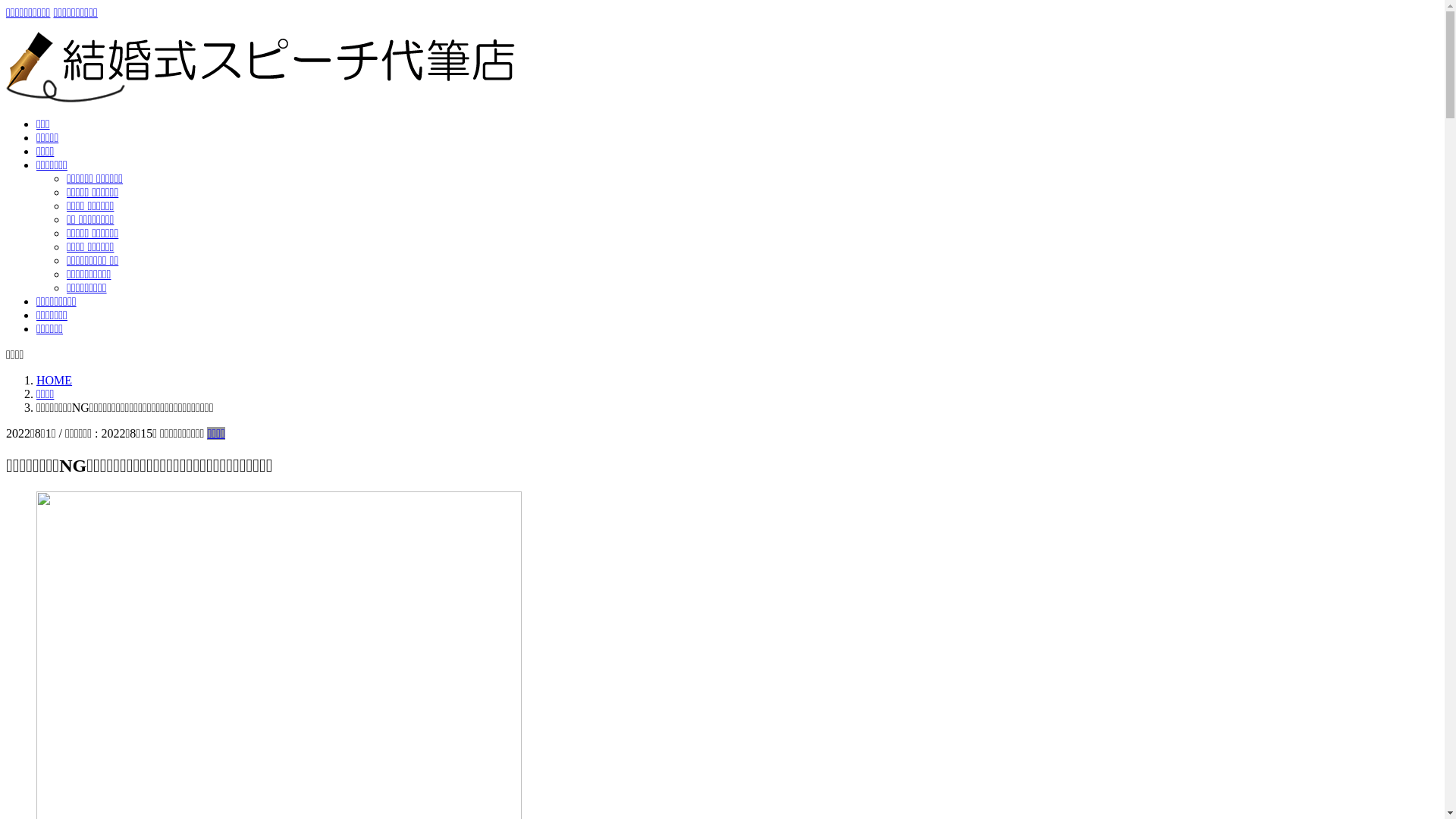  Describe the element at coordinates (54, 379) in the screenshot. I see `'HOME'` at that location.